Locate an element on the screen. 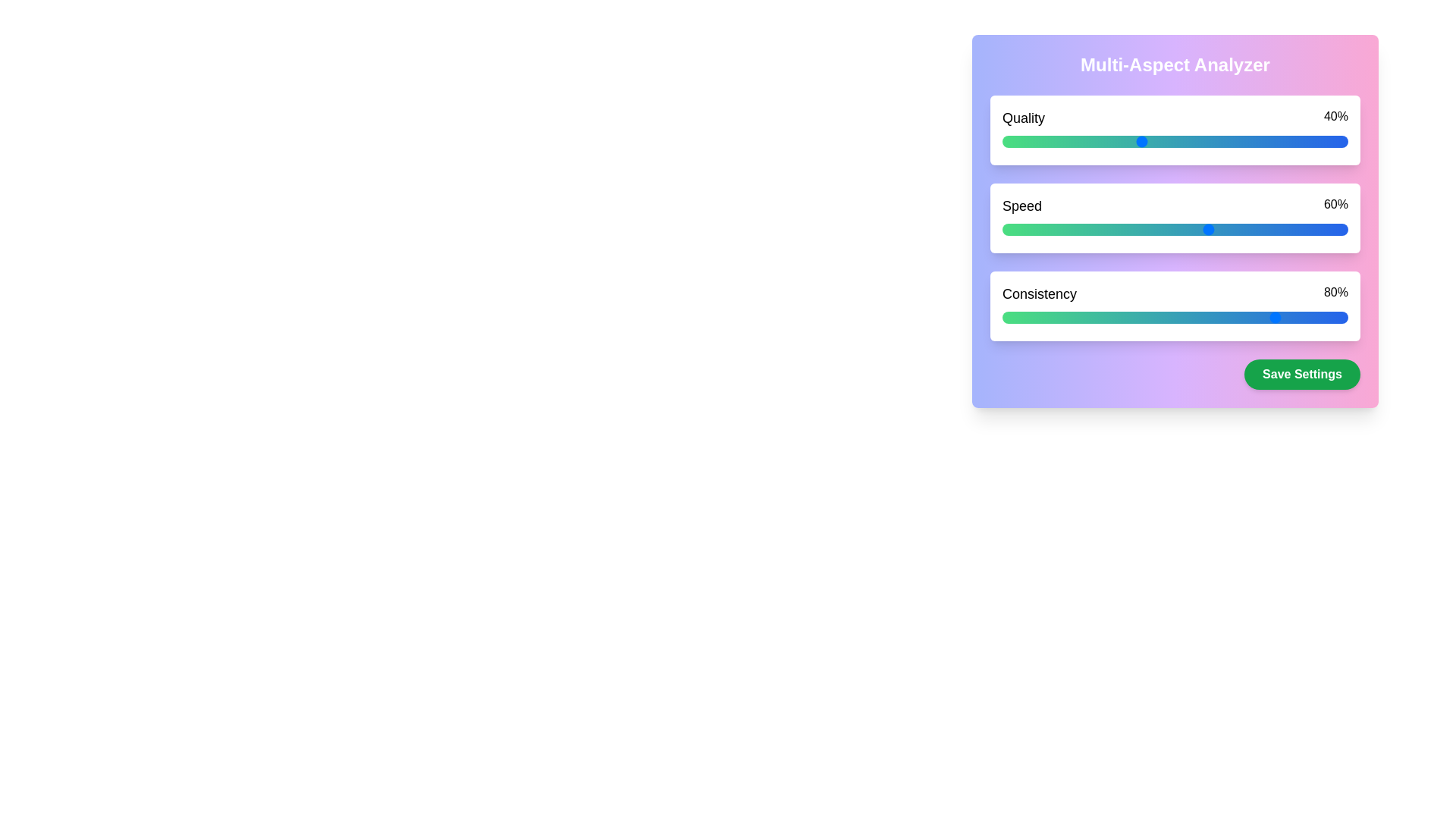 The width and height of the screenshot is (1456, 819). Consistency is located at coordinates (1092, 317).